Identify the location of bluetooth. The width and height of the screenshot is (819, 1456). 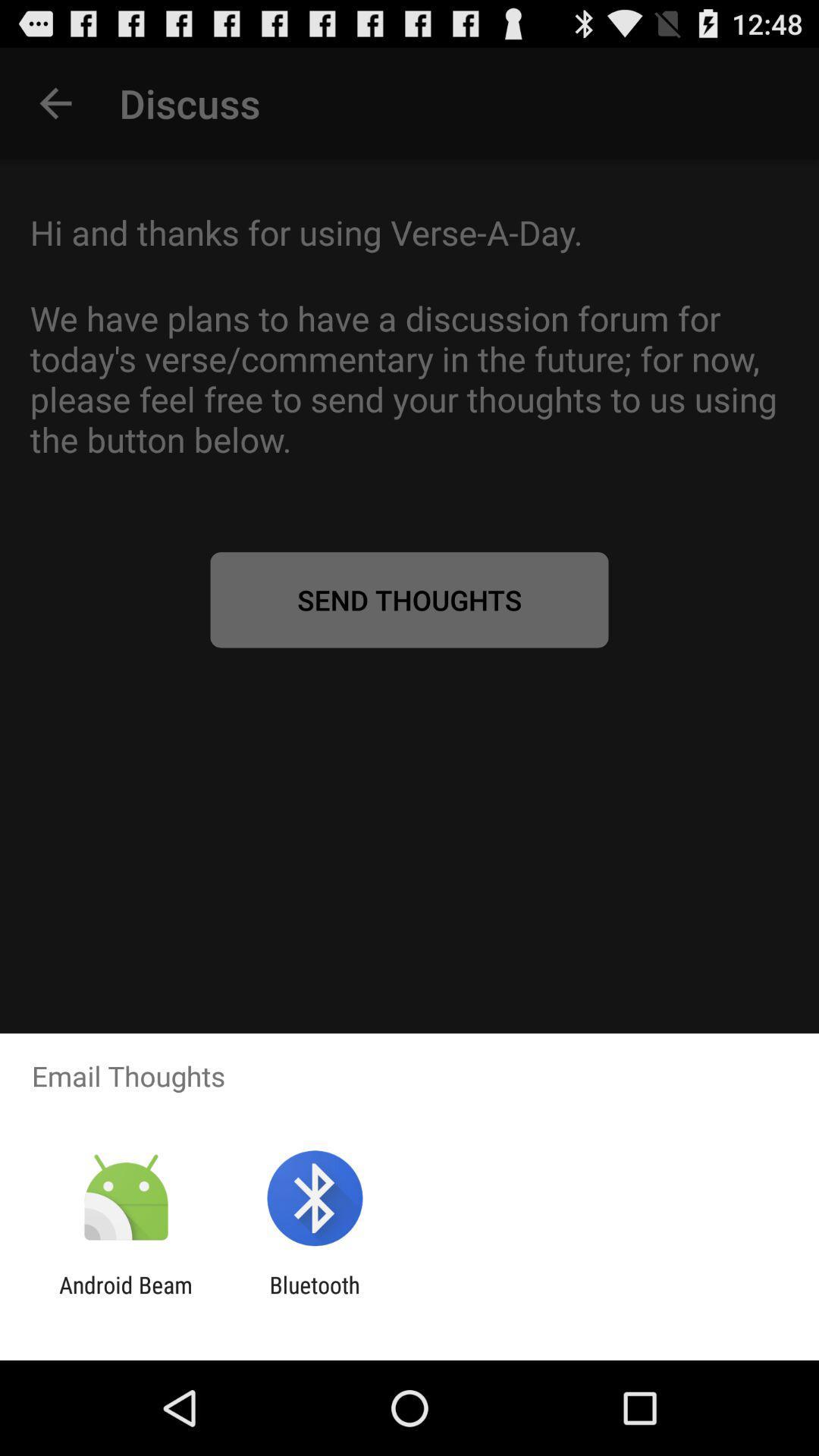
(314, 1298).